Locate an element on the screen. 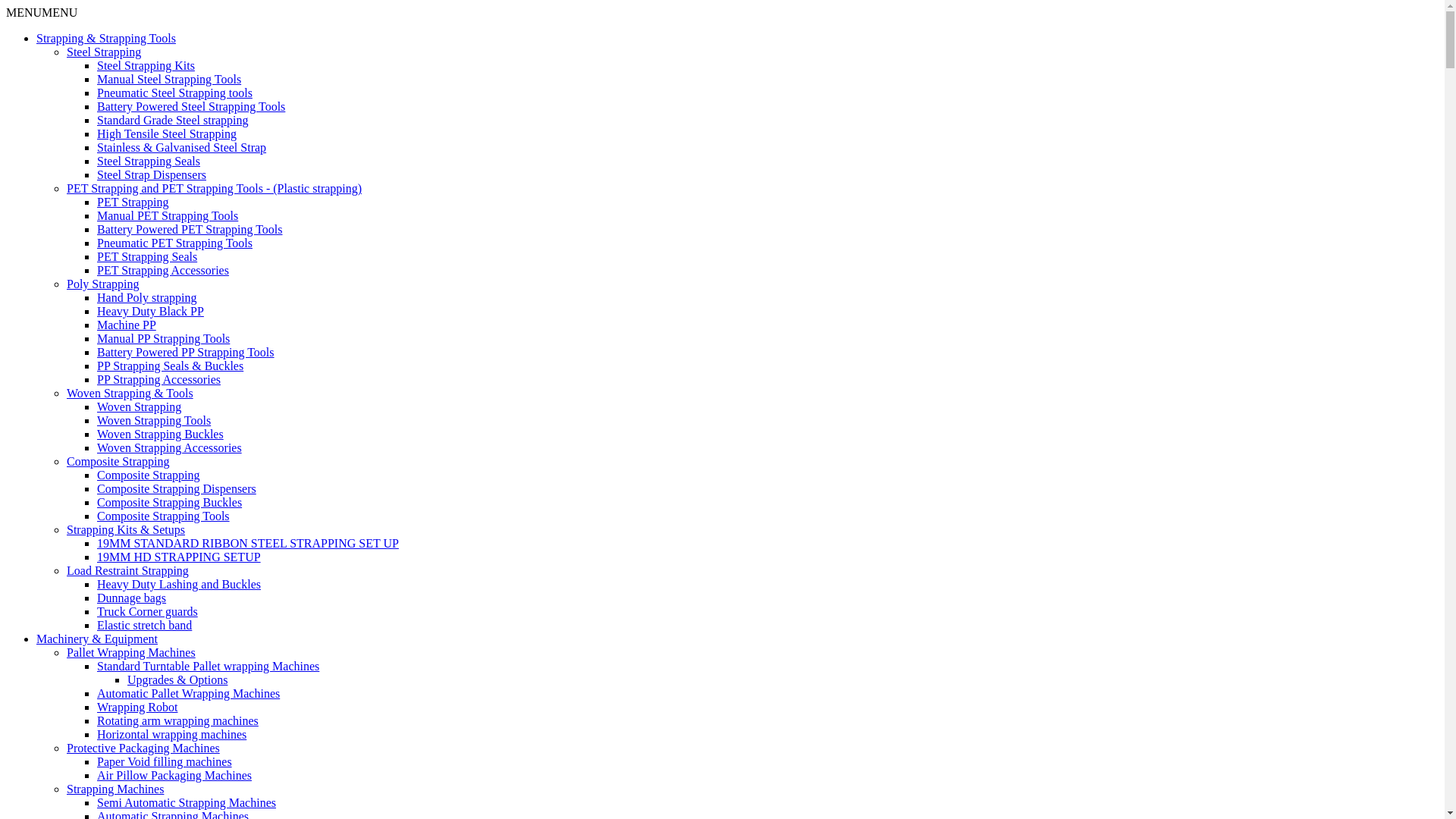  'Stainless & Galvanised Steel Strap' is located at coordinates (181, 147).